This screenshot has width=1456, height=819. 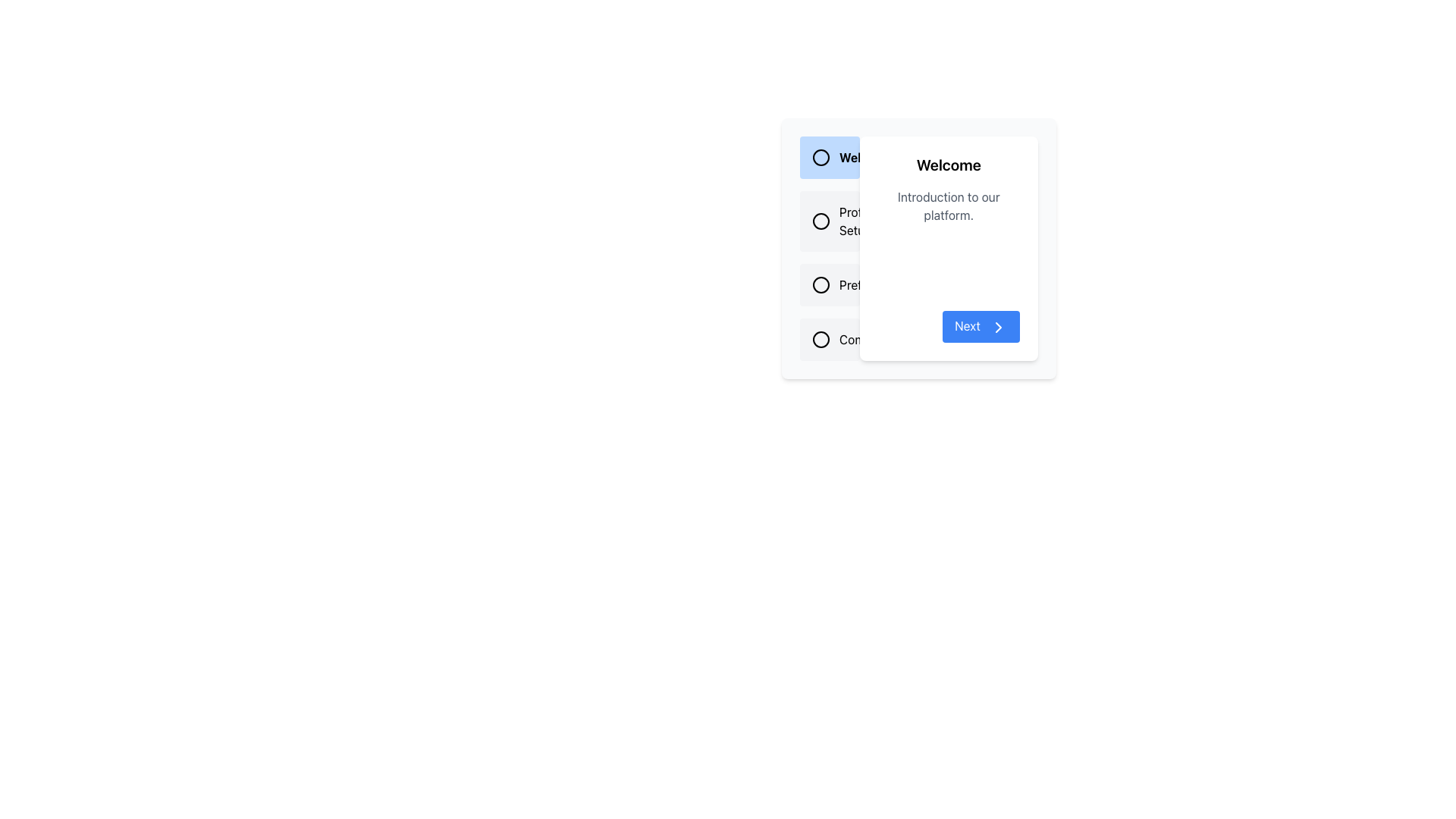 I want to click on the rightward-pointing chevron icon inside the 'Next' button located at the bottom-right corner of the 'Welcome' dialog box, so click(x=998, y=327).